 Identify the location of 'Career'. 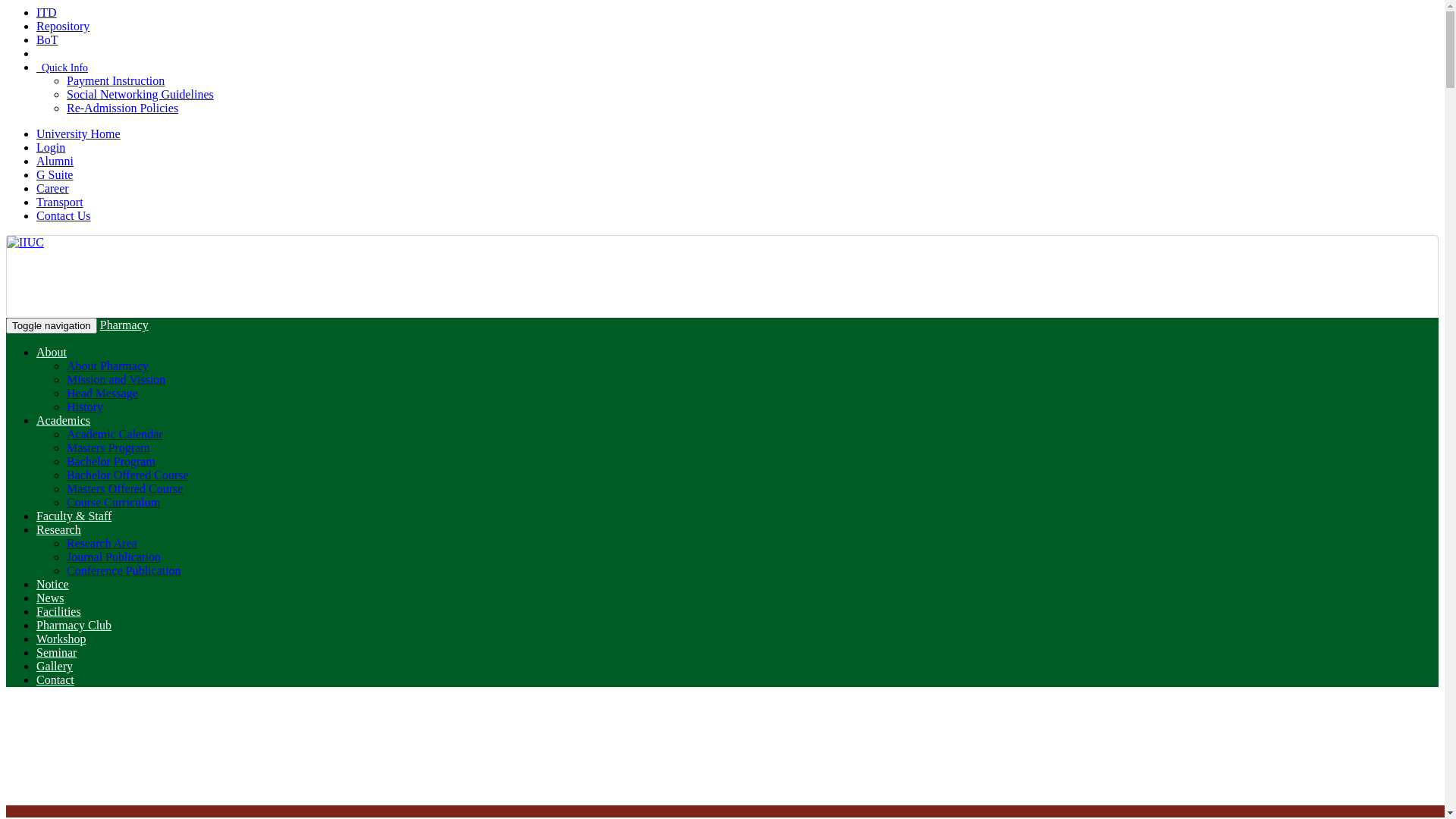
(52, 187).